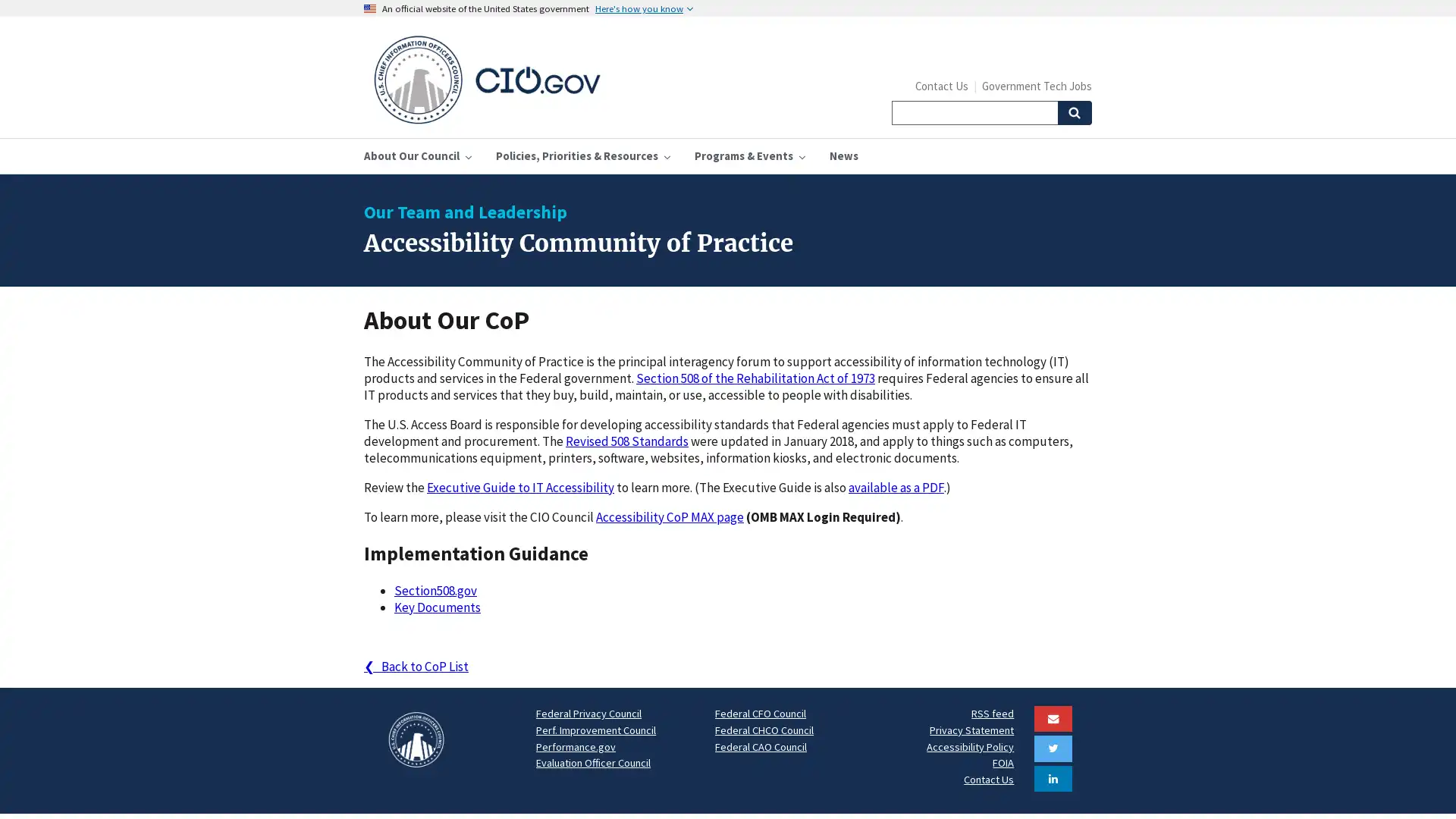 The height and width of the screenshot is (819, 1456). I want to click on Policies, Priorities & Resources, so click(582, 155).